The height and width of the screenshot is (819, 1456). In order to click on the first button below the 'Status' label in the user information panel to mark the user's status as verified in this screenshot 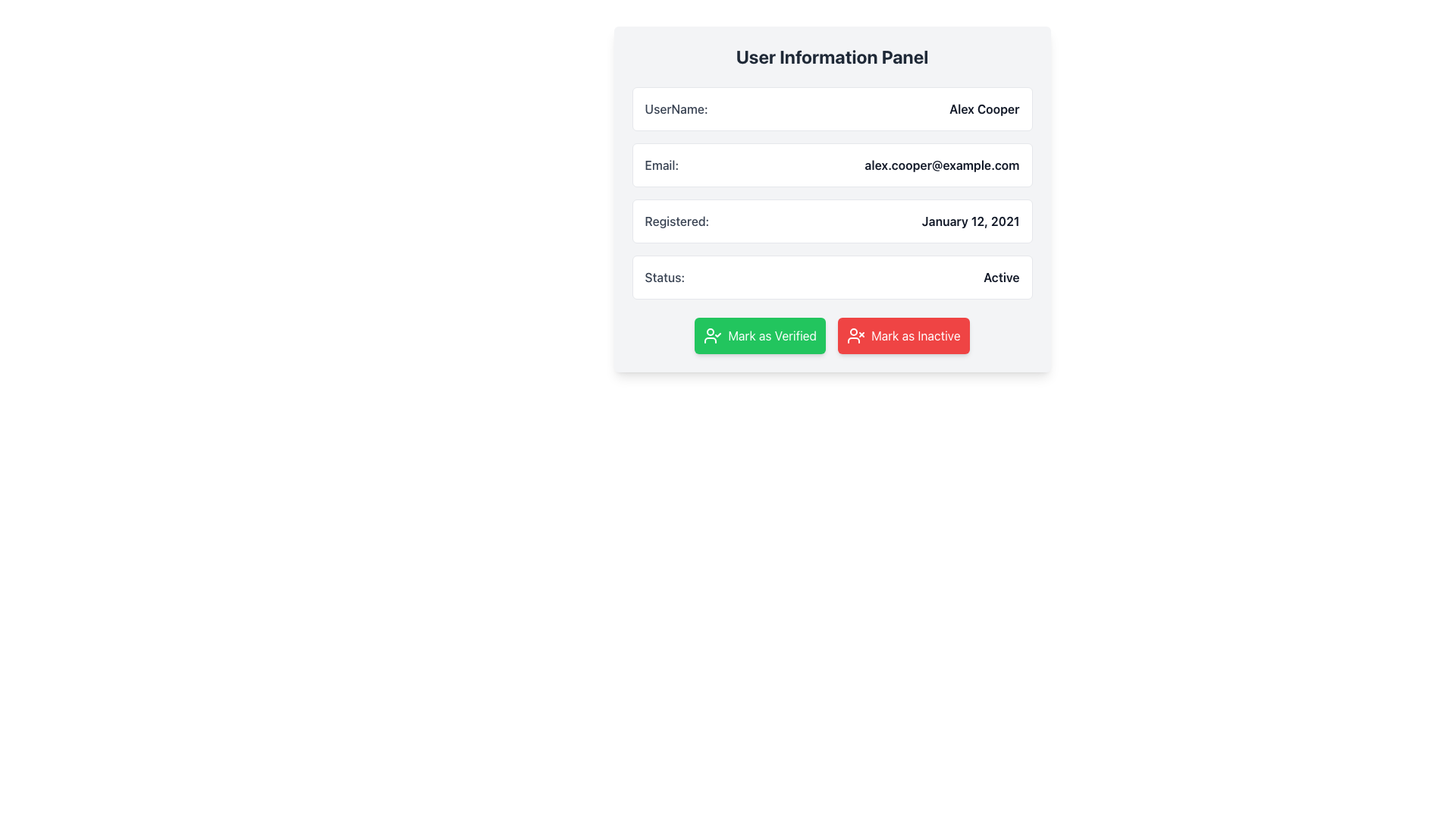, I will do `click(760, 335)`.